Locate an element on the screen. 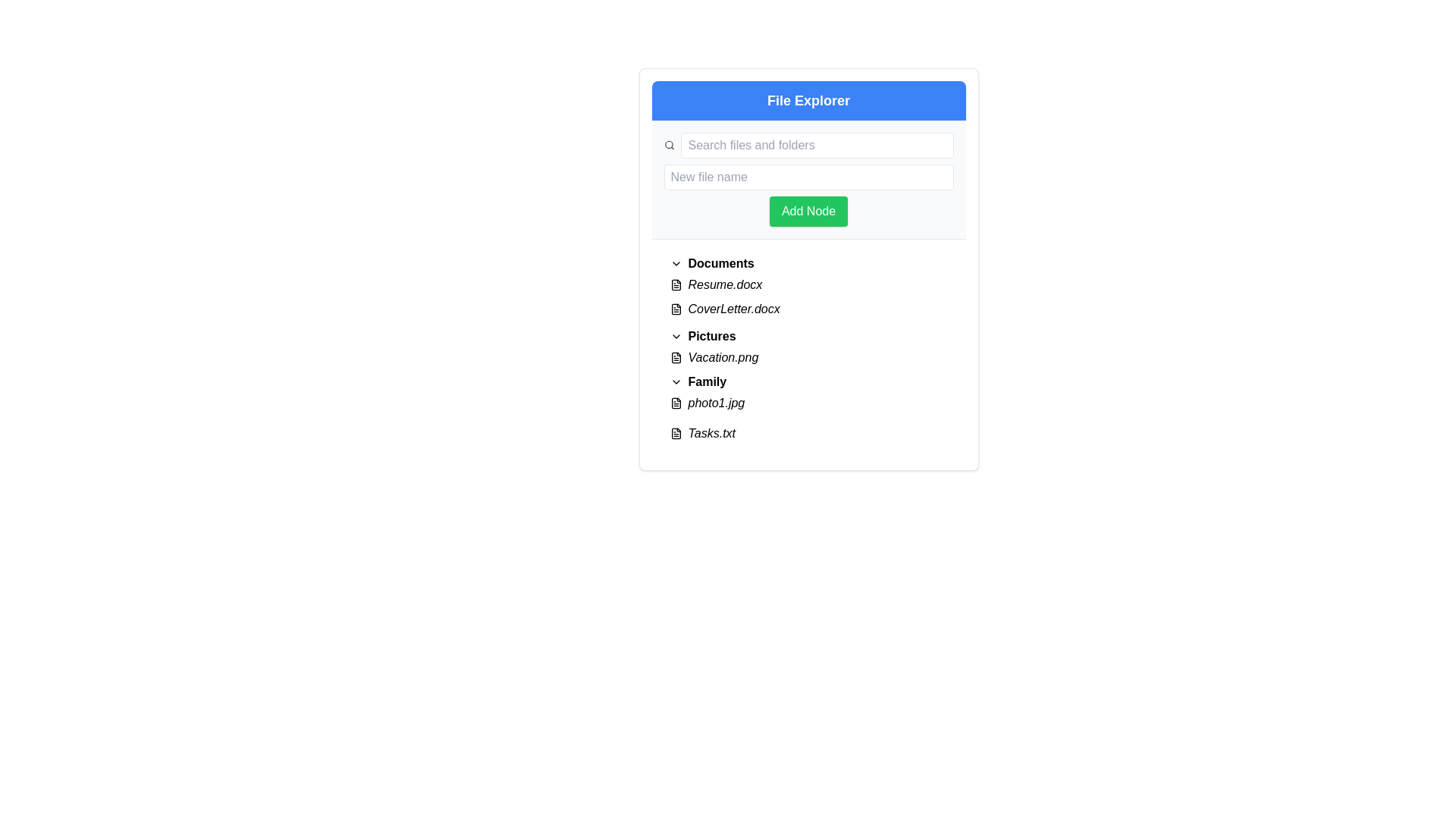 This screenshot has width=1456, height=819. the 'Pictures' collapsible folder item in the file explorer interface is located at coordinates (808, 335).